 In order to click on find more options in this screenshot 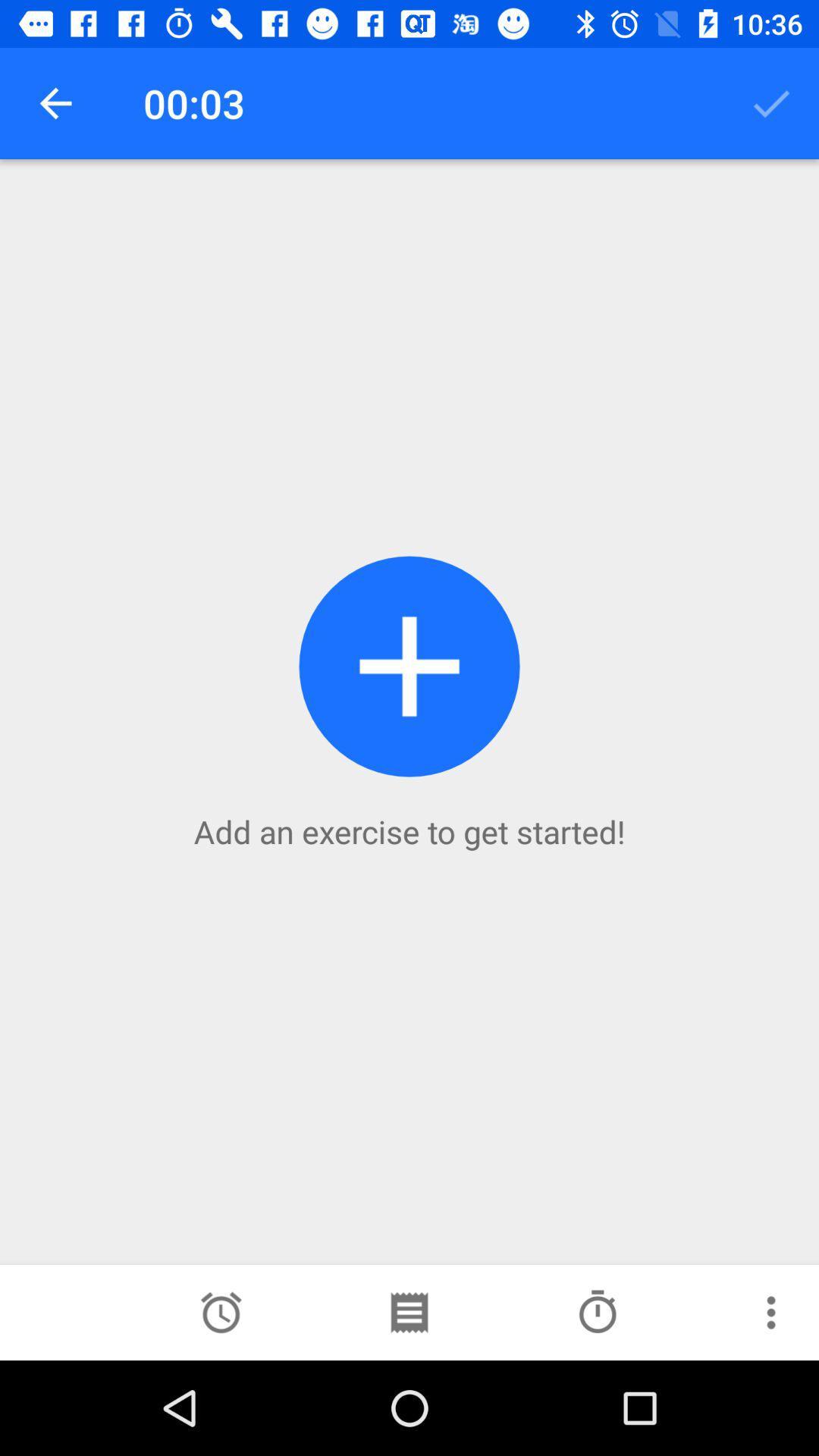, I will do `click(771, 1312)`.